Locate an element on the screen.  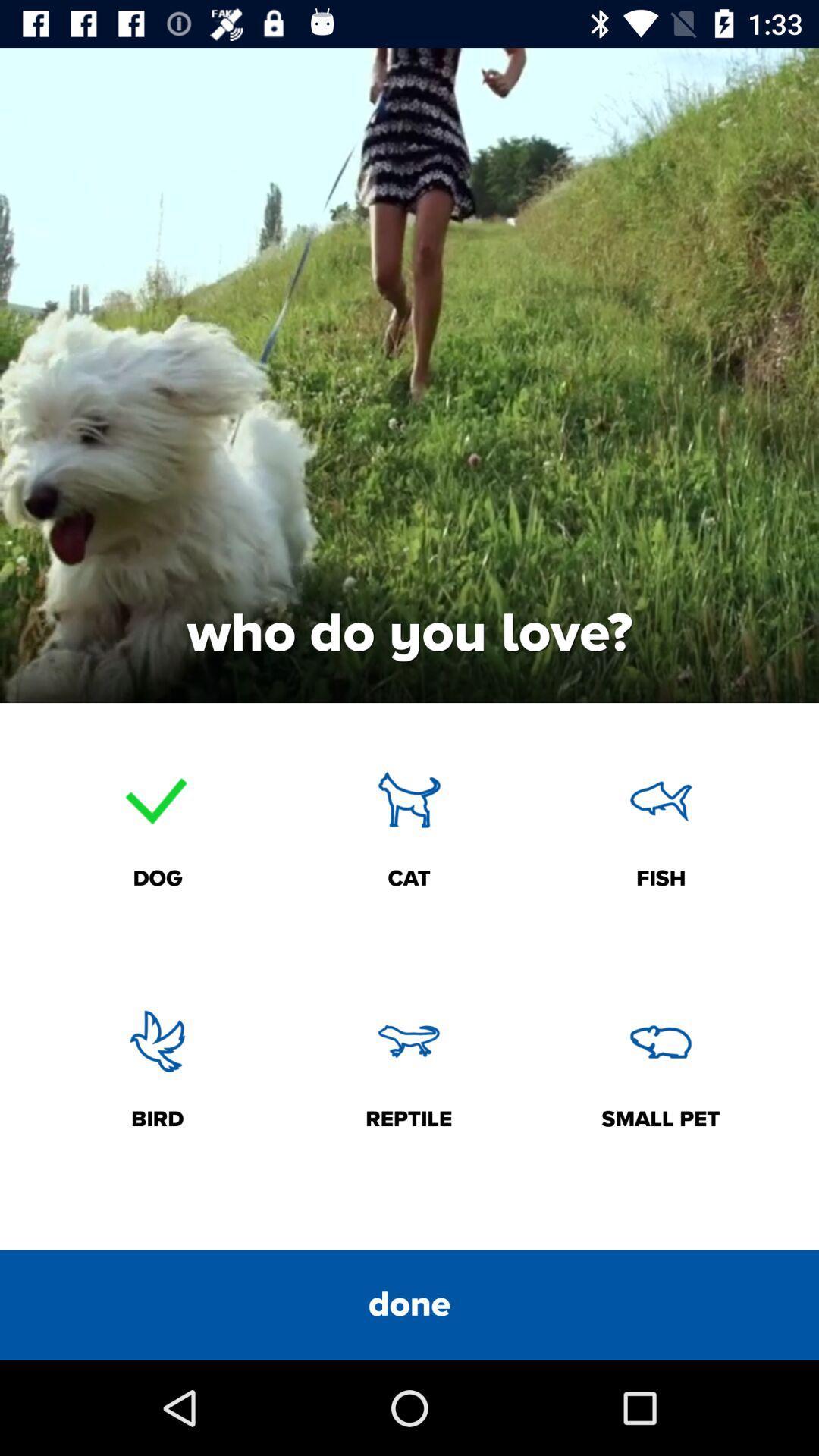
the bird icon is located at coordinates (158, 1040).